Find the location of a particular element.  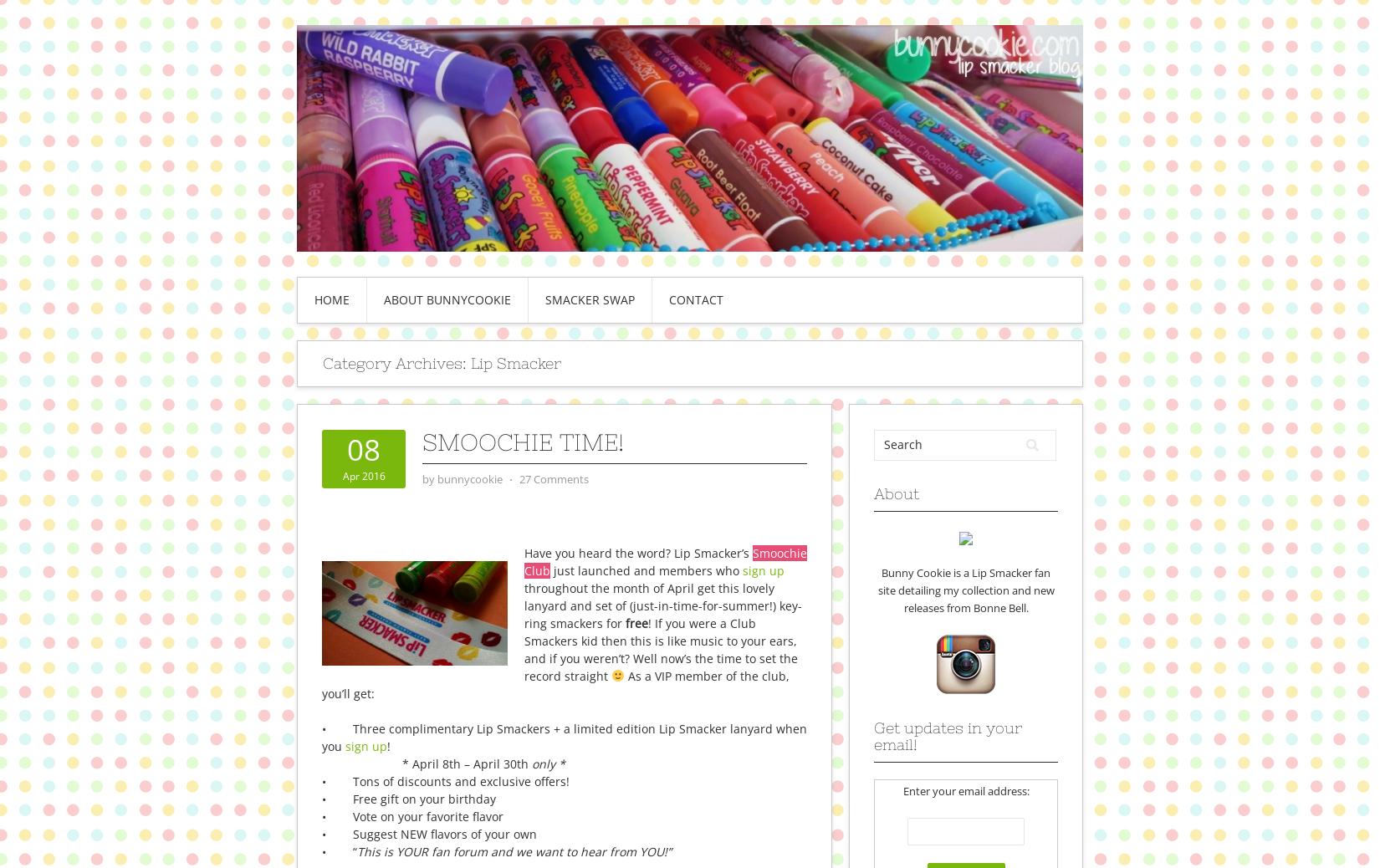

'by' is located at coordinates (428, 477).